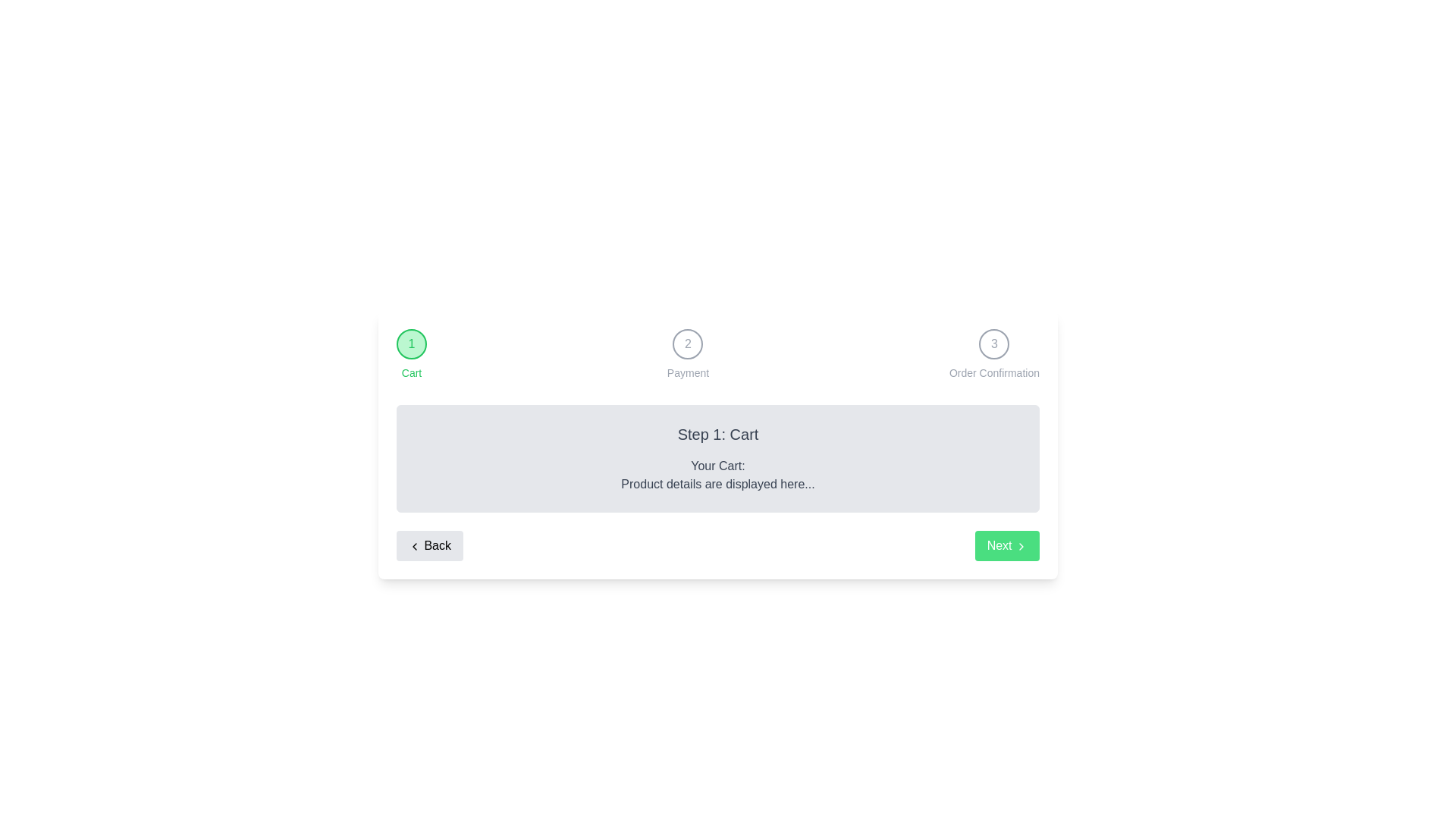 This screenshot has width=1456, height=819. Describe the element at coordinates (993, 344) in the screenshot. I see `the step header labeled Order Confirmation to navigate to that step` at that location.